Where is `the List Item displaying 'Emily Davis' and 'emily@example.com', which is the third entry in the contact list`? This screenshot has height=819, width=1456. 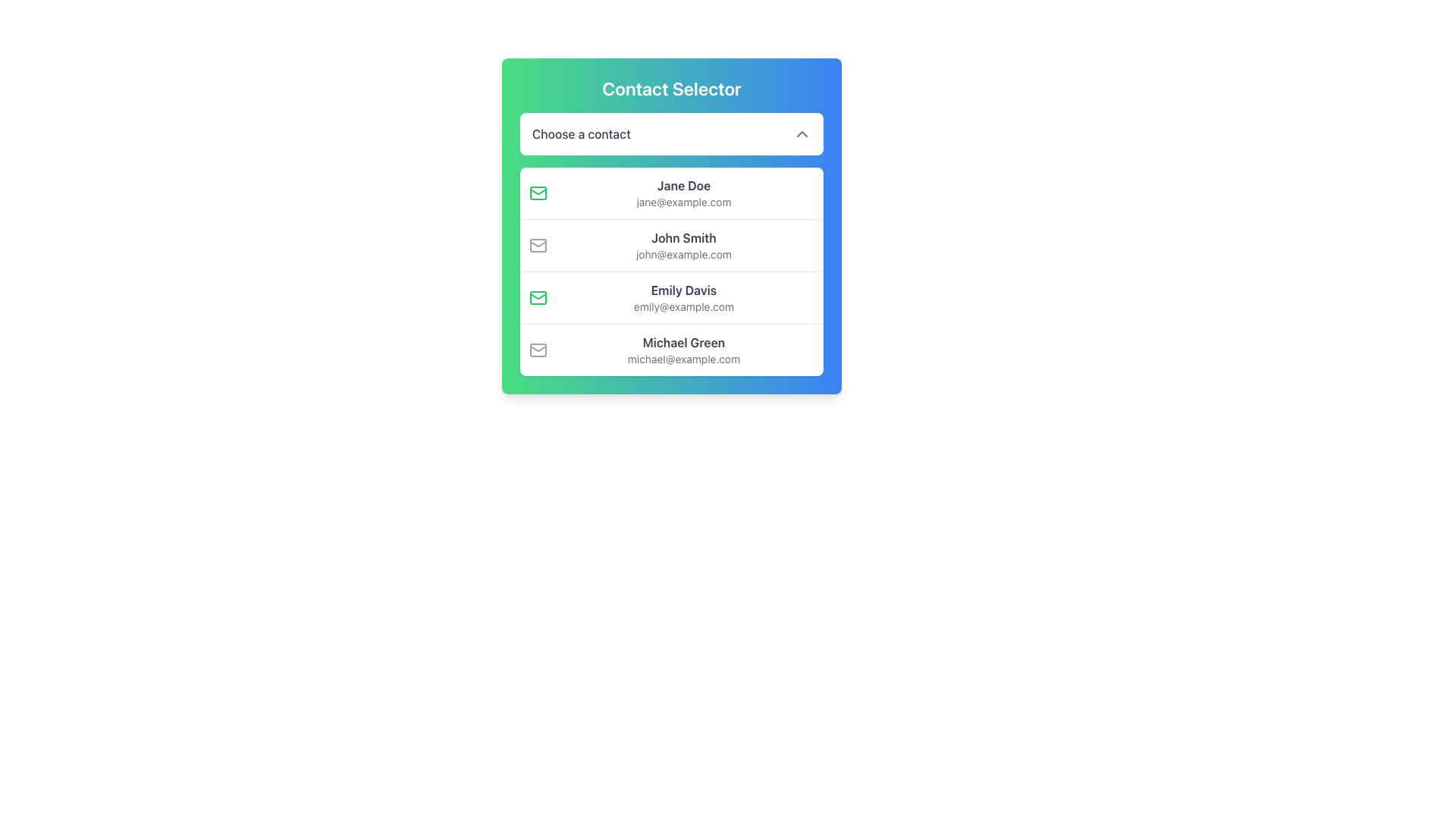
the List Item displaying 'Emily Davis' and 'emily@example.com', which is the third entry in the contact list is located at coordinates (683, 298).